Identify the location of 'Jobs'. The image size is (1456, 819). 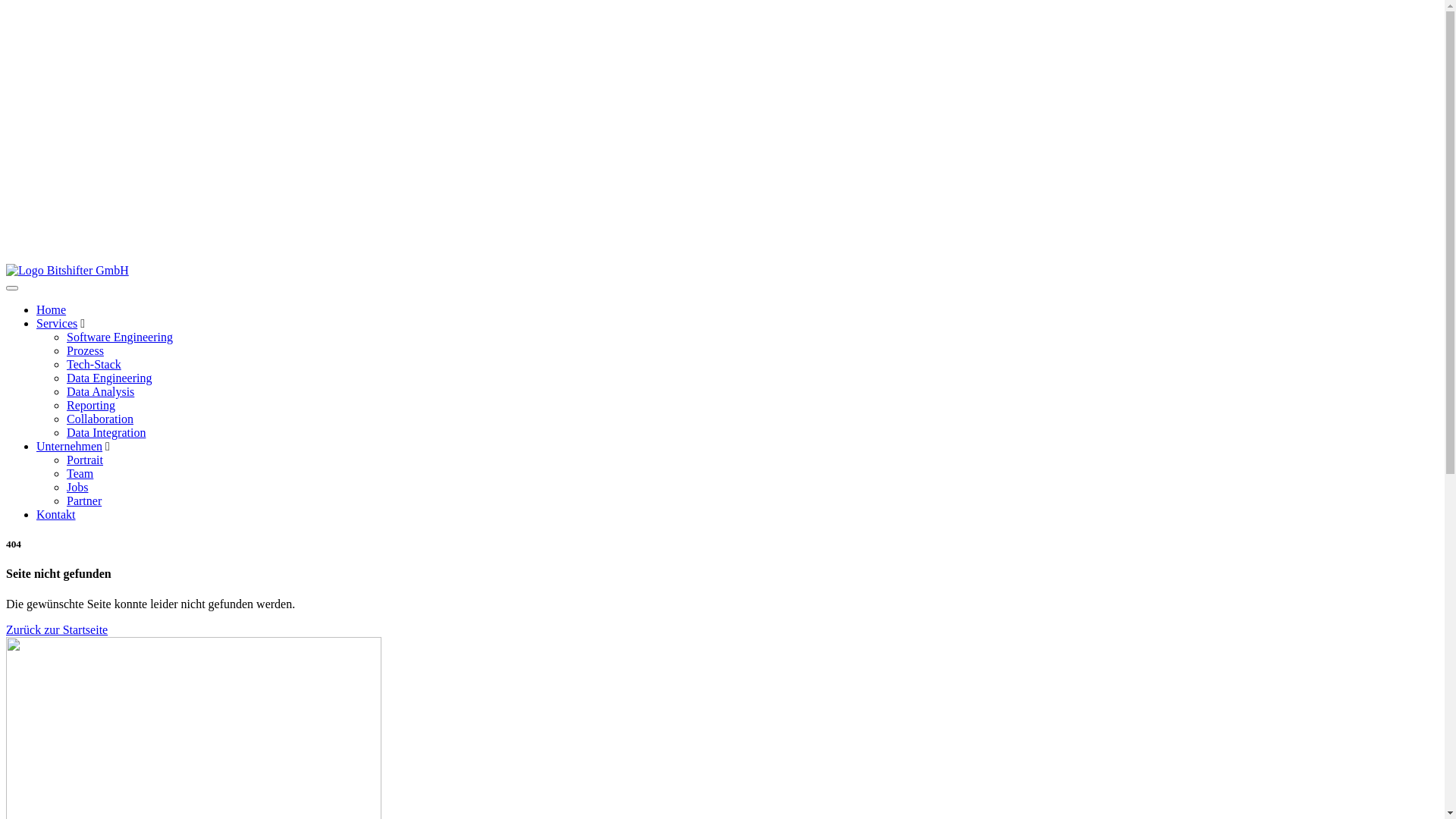
(76, 487).